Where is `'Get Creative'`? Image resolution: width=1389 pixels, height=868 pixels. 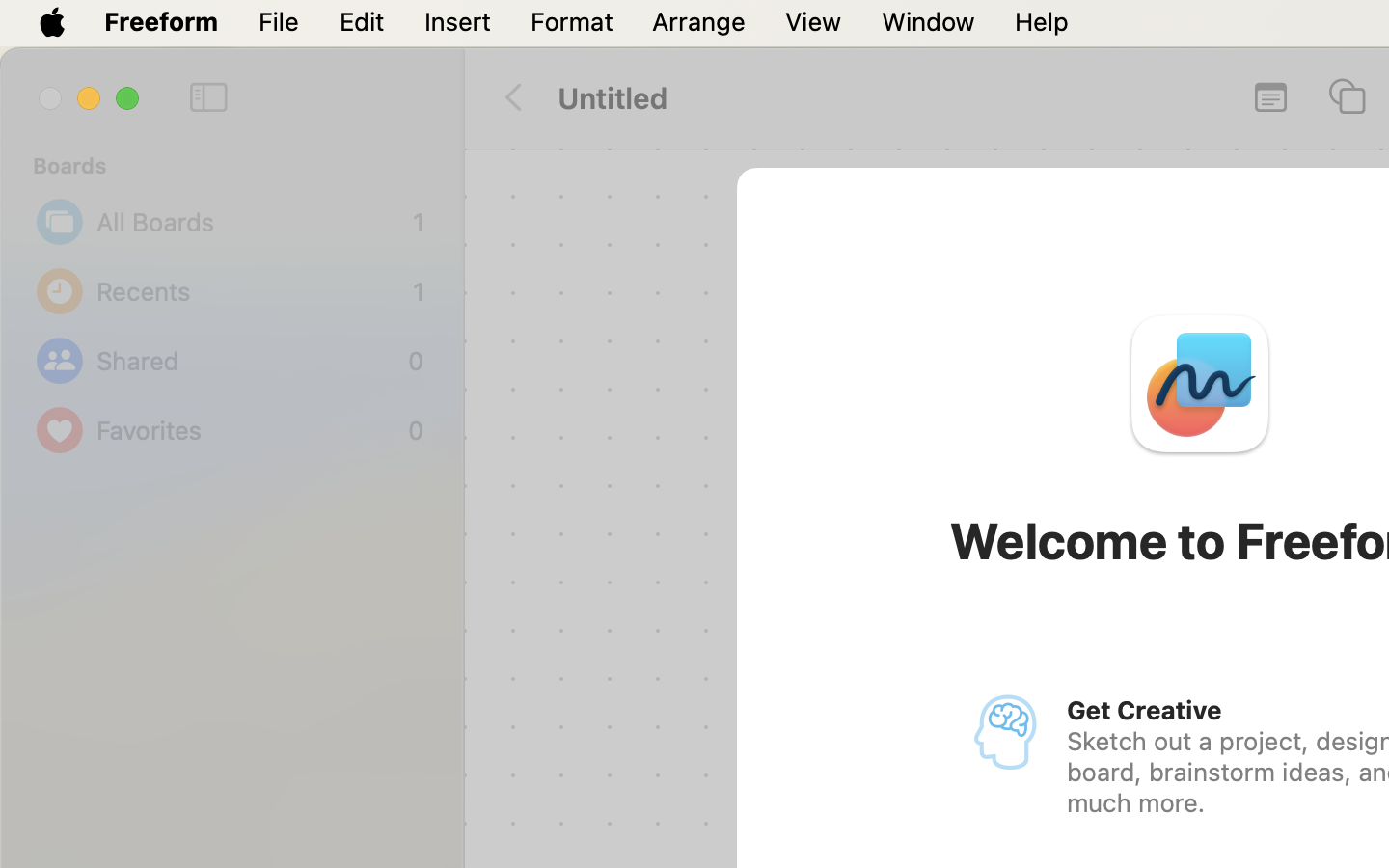 'Get Creative' is located at coordinates (1143, 709).